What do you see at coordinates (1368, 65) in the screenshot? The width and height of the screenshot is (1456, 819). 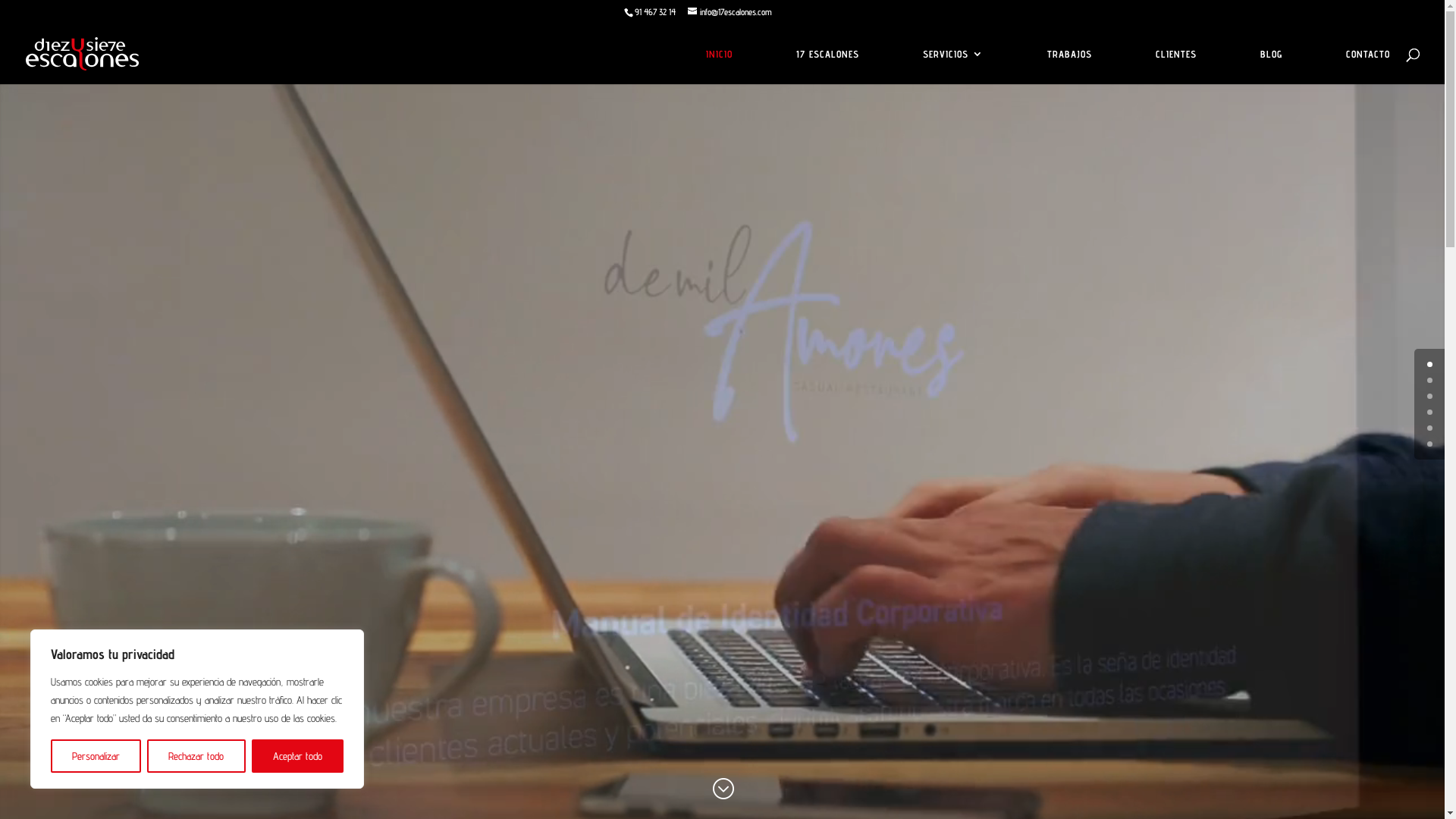 I see `'CONTACTO'` at bounding box center [1368, 65].